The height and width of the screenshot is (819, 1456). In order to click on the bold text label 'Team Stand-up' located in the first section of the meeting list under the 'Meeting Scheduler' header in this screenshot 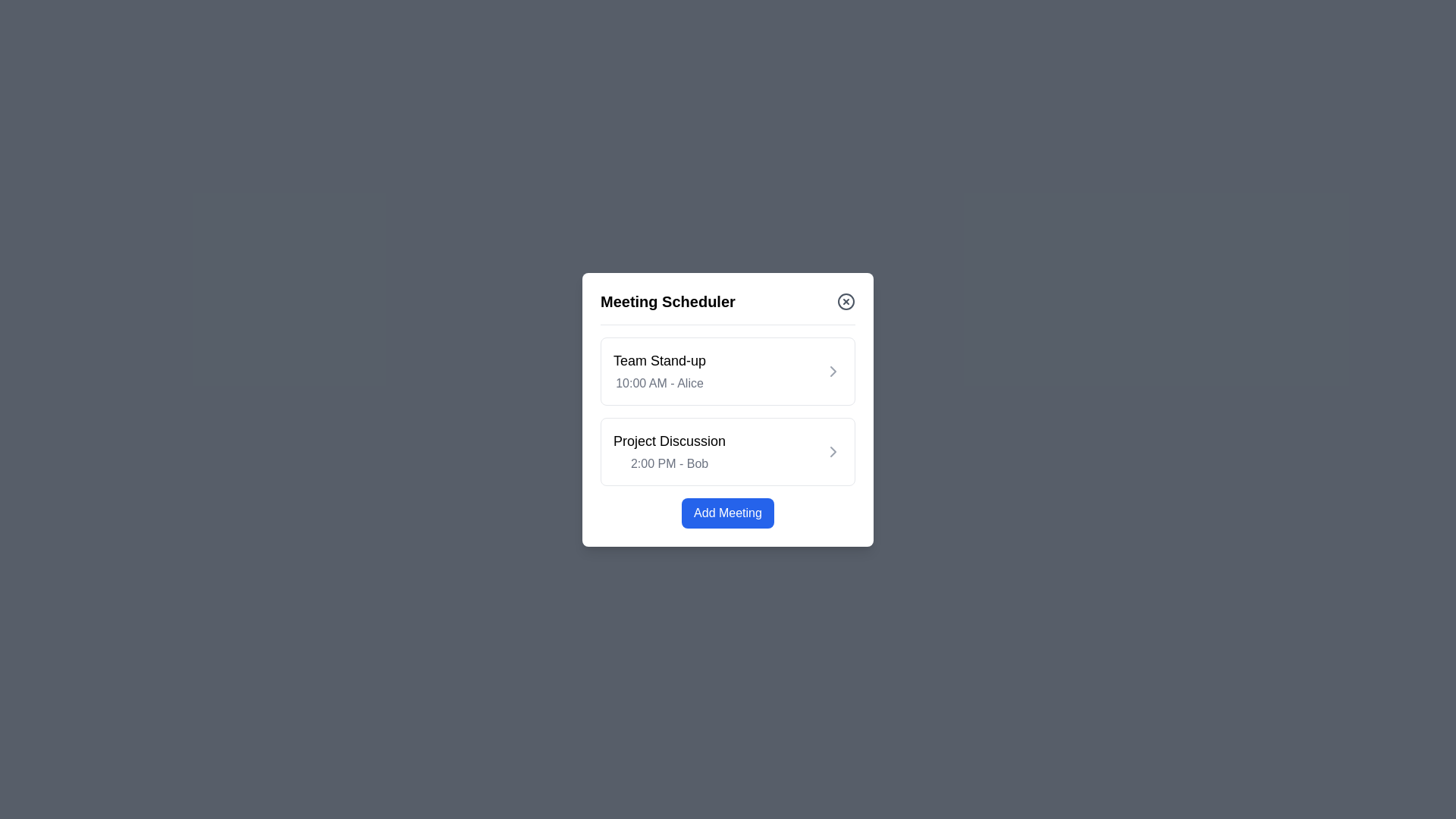, I will do `click(659, 360)`.